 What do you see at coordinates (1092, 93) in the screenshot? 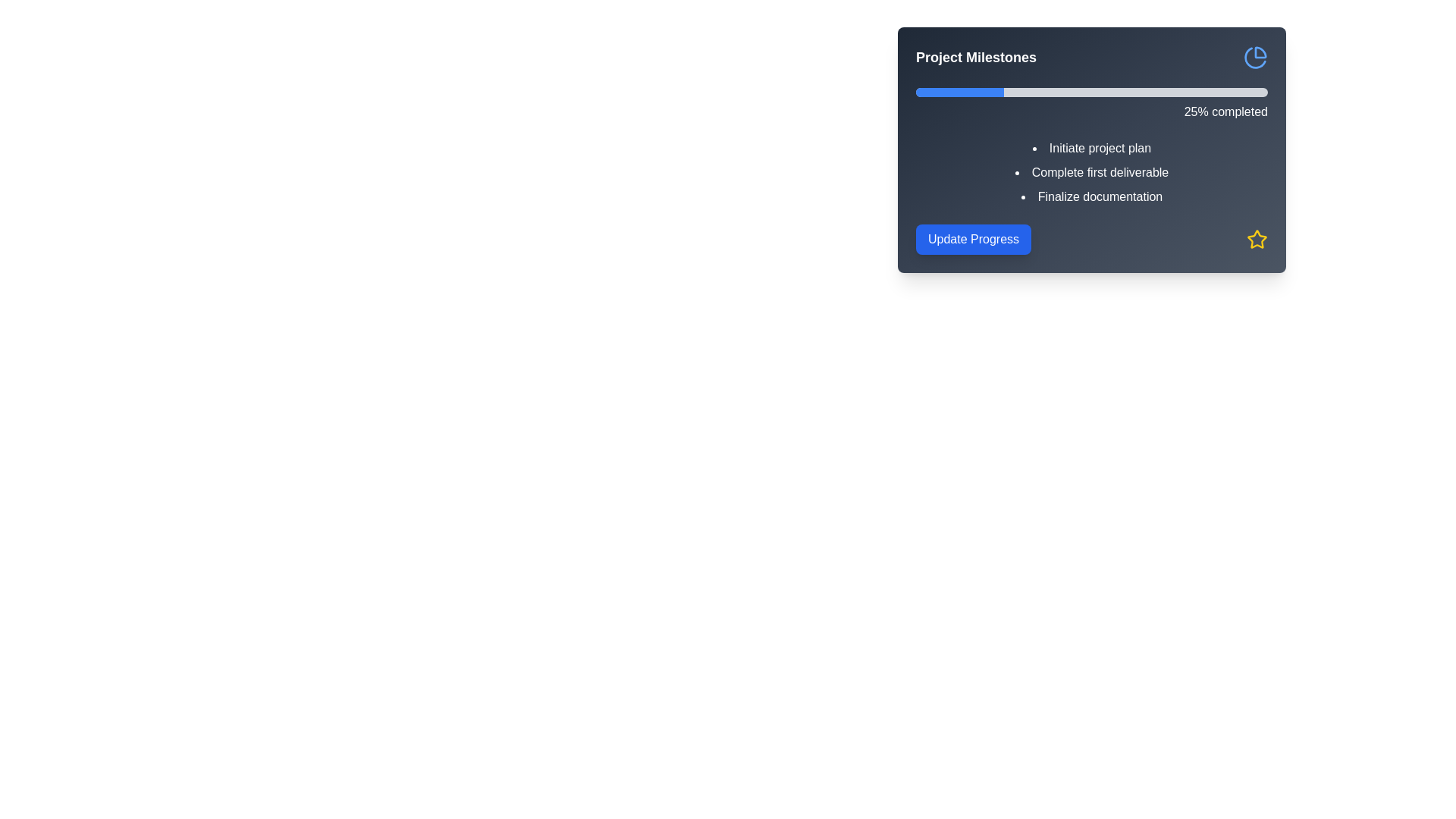
I see `the Progress Bar located near the top of the 'Project Milestones' box, which visually represents the completion status with a blue portion indicating progress made` at bounding box center [1092, 93].